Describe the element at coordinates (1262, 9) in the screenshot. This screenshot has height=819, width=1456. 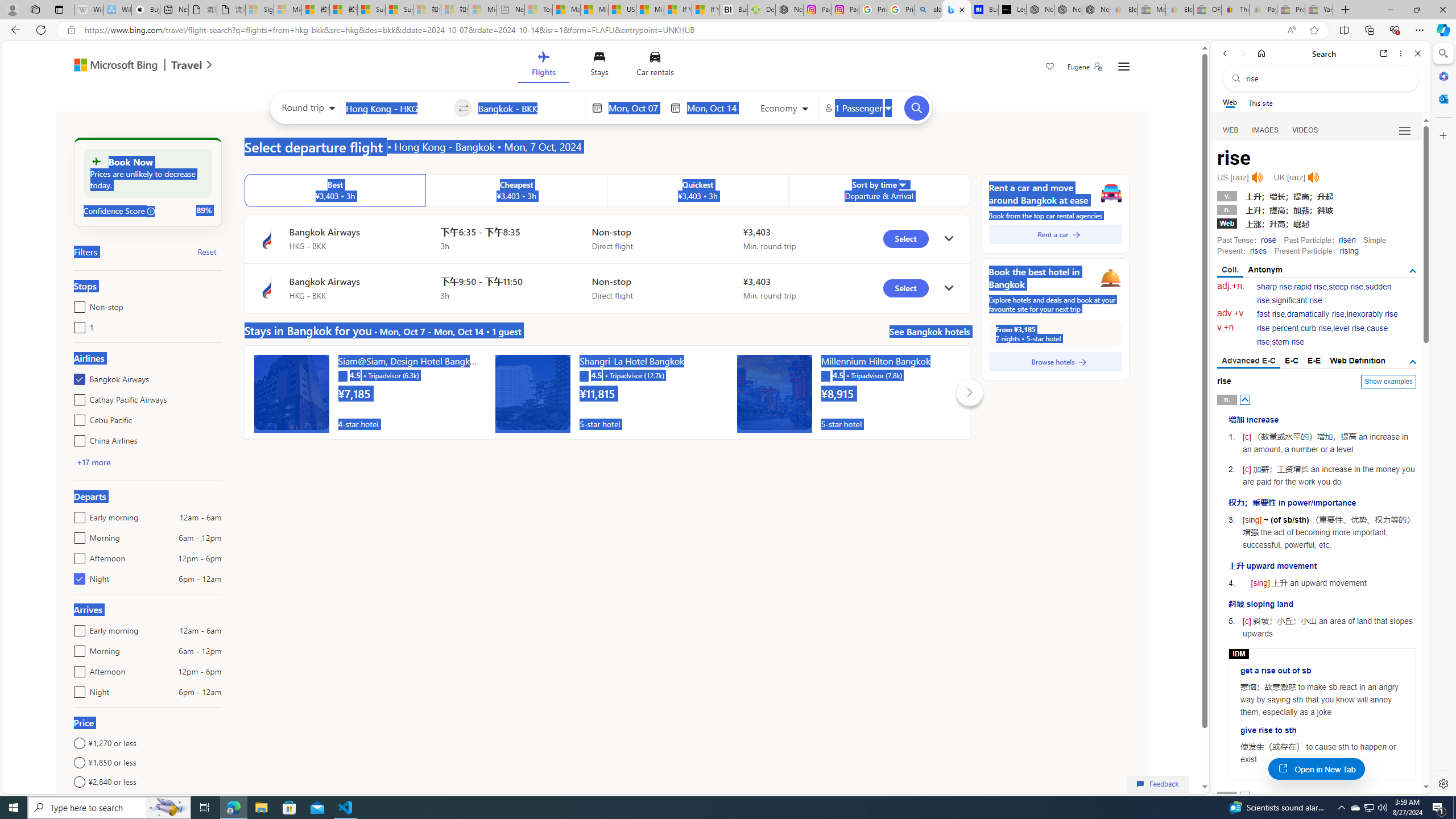
I see `'Payments Terms of Use | eBay.com - Sleeping'` at that location.